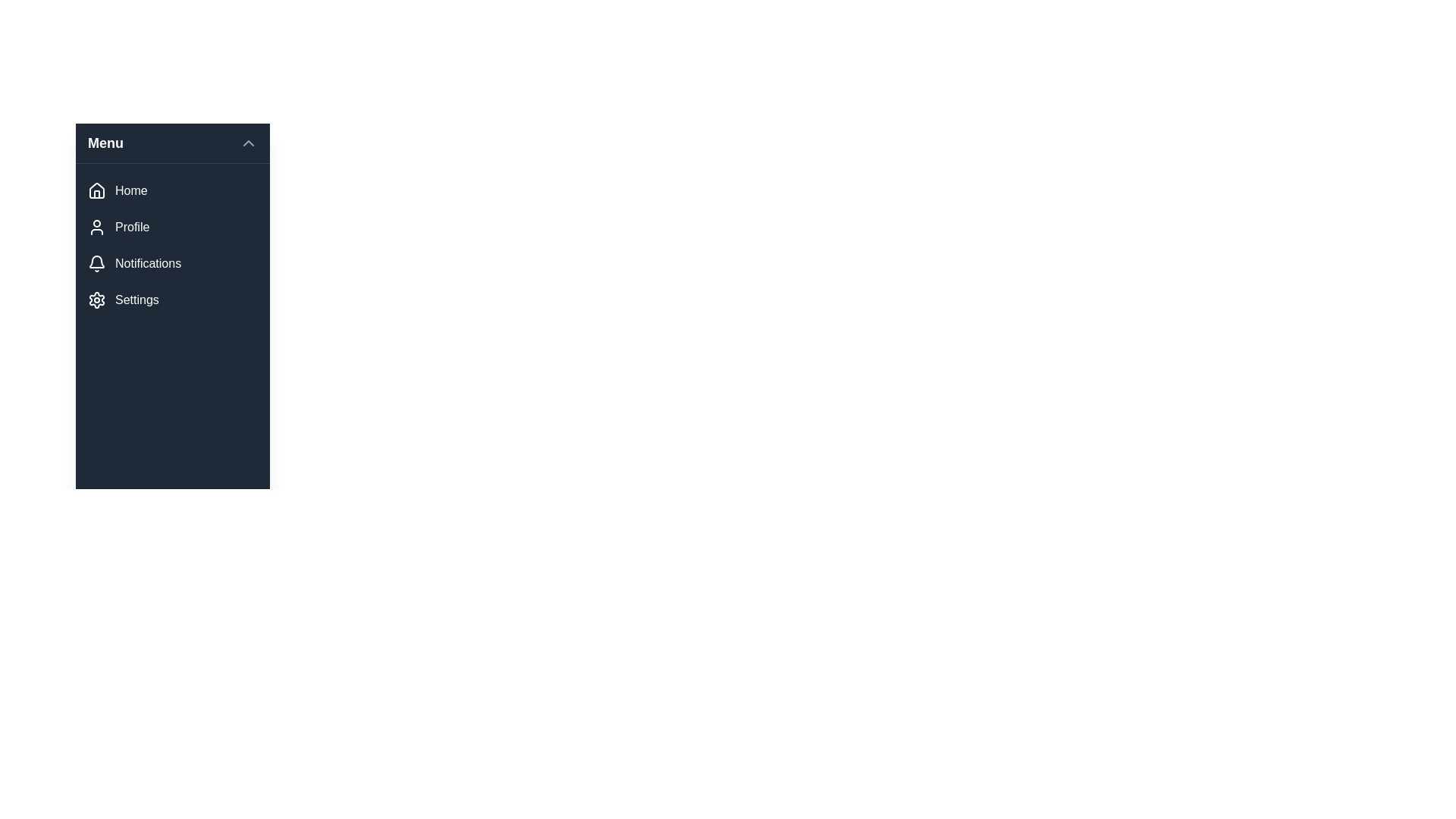  I want to click on the sidebar menu item represented by the house icon located to the left of the 'Home' label in the vertical sidebar menu, so click(96, 193).